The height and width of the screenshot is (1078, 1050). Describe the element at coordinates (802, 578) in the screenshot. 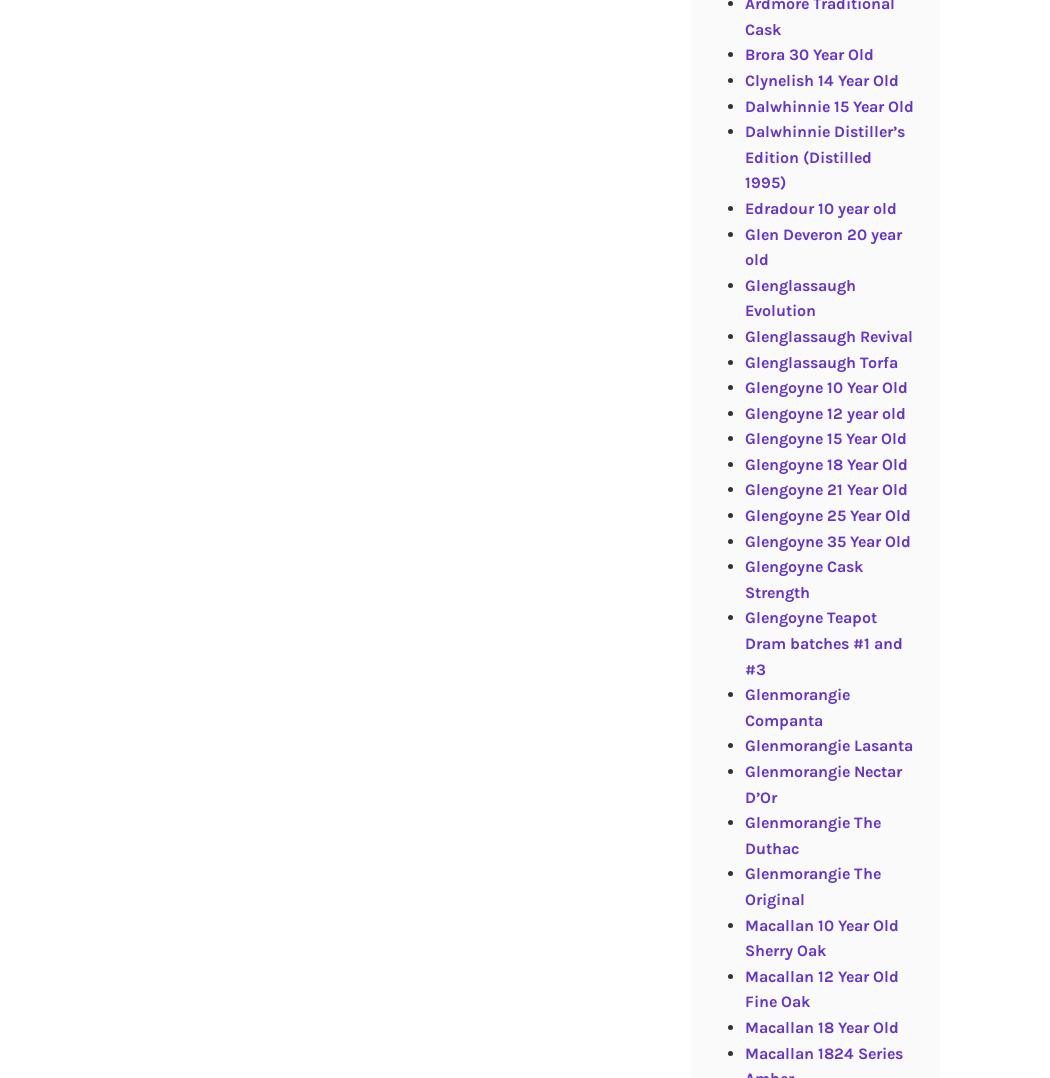

I see `'Glengoyne Cask Strength'` at that location.